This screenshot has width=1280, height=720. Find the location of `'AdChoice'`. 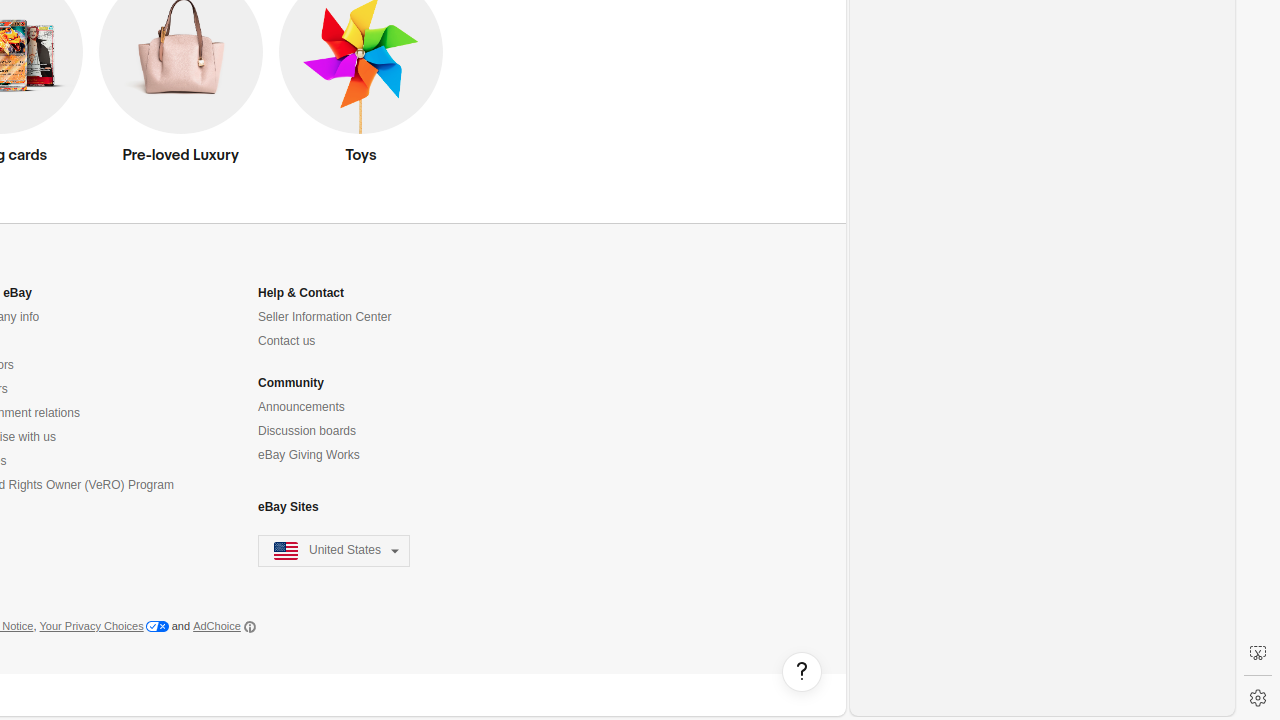

'AdChoice' is located at coordinates (224, 625).